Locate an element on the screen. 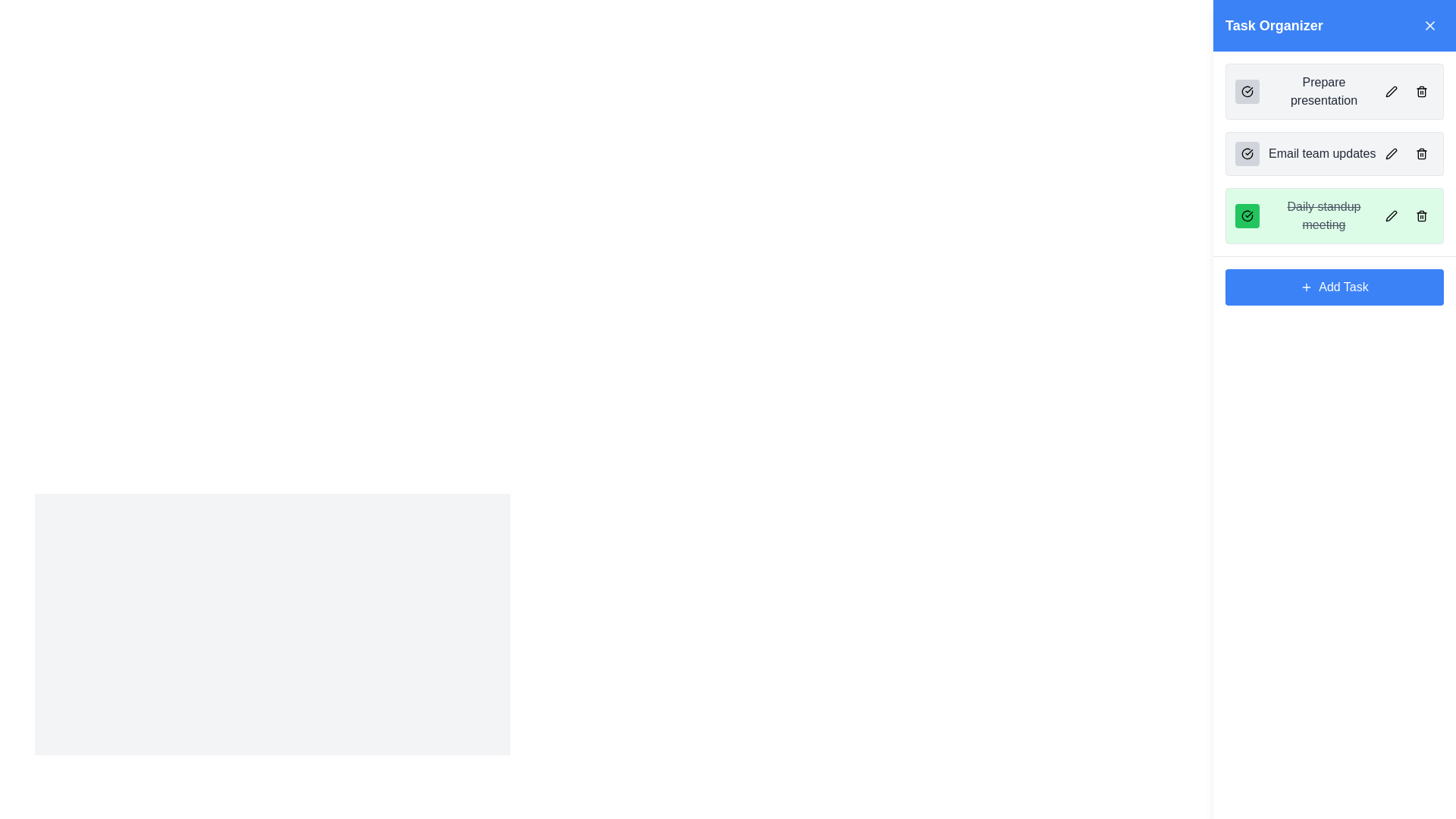  the button with a trash icon for deletion is located at coordinates (1421, 216).